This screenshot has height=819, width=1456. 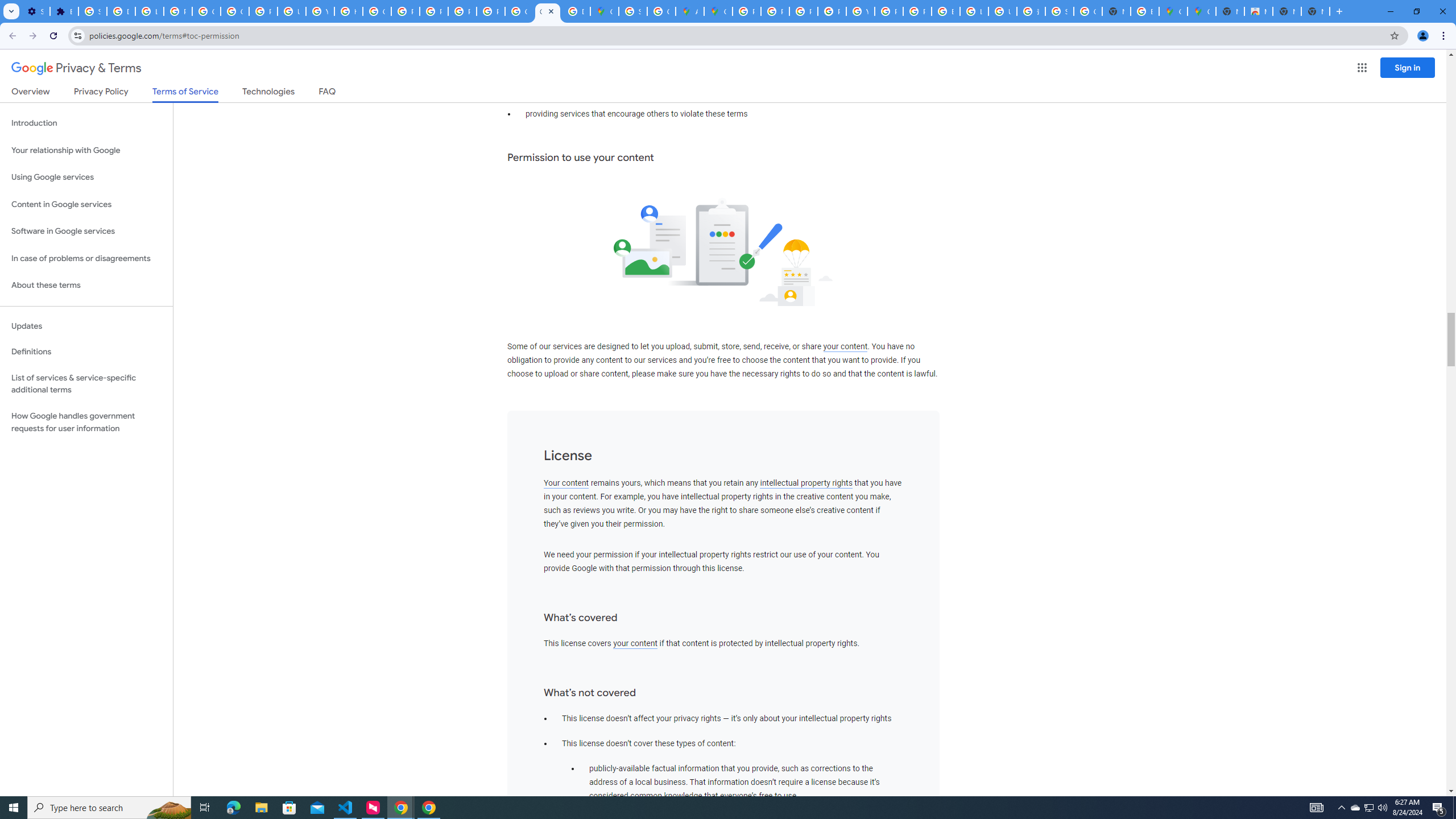 I want to click on 'your content', so click(x=635, y=643).